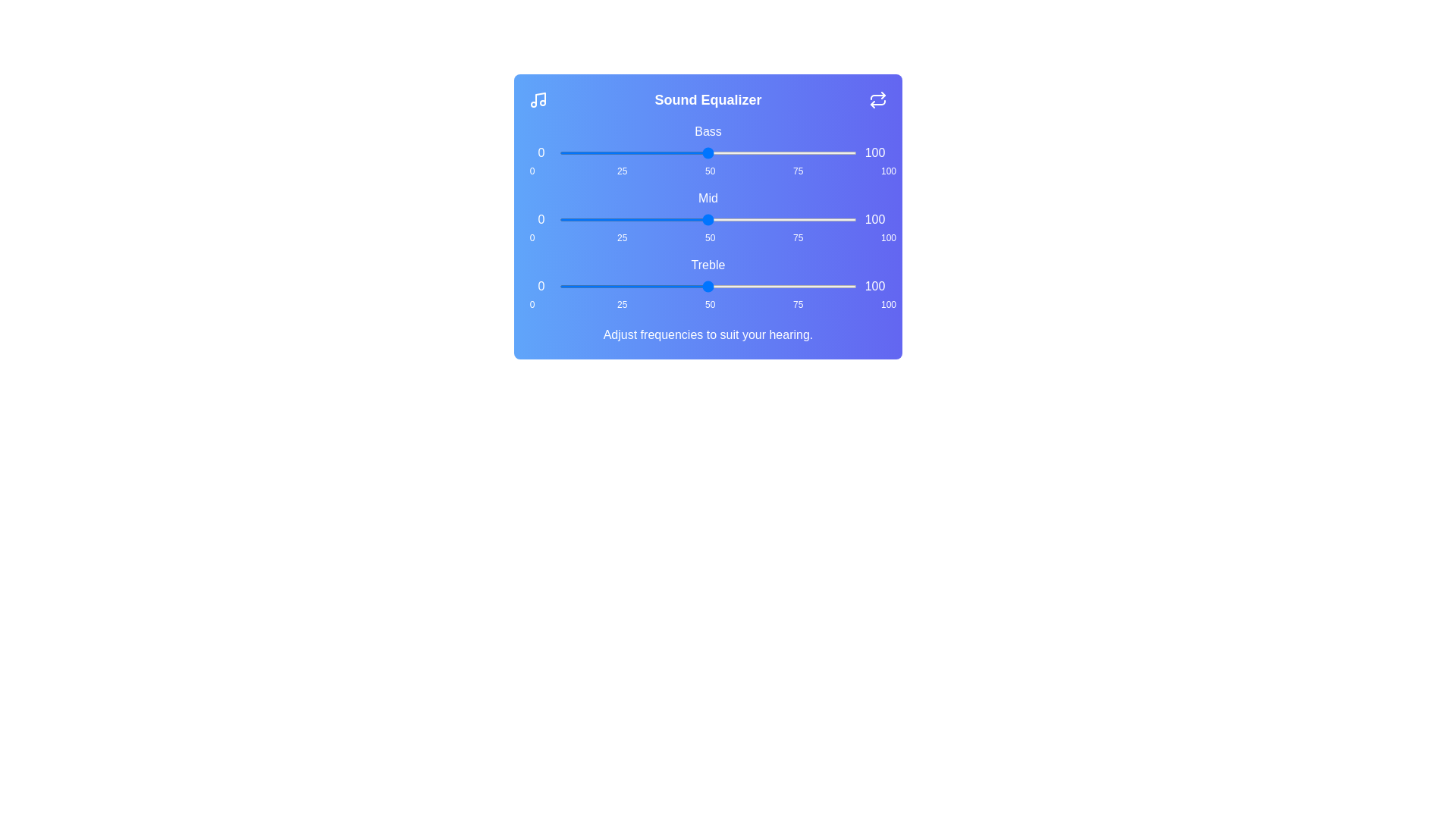 Image resolution: width=1456 pixels, height=819 pixels. I want to click on the bass slider to 71%, so click(770, 152).